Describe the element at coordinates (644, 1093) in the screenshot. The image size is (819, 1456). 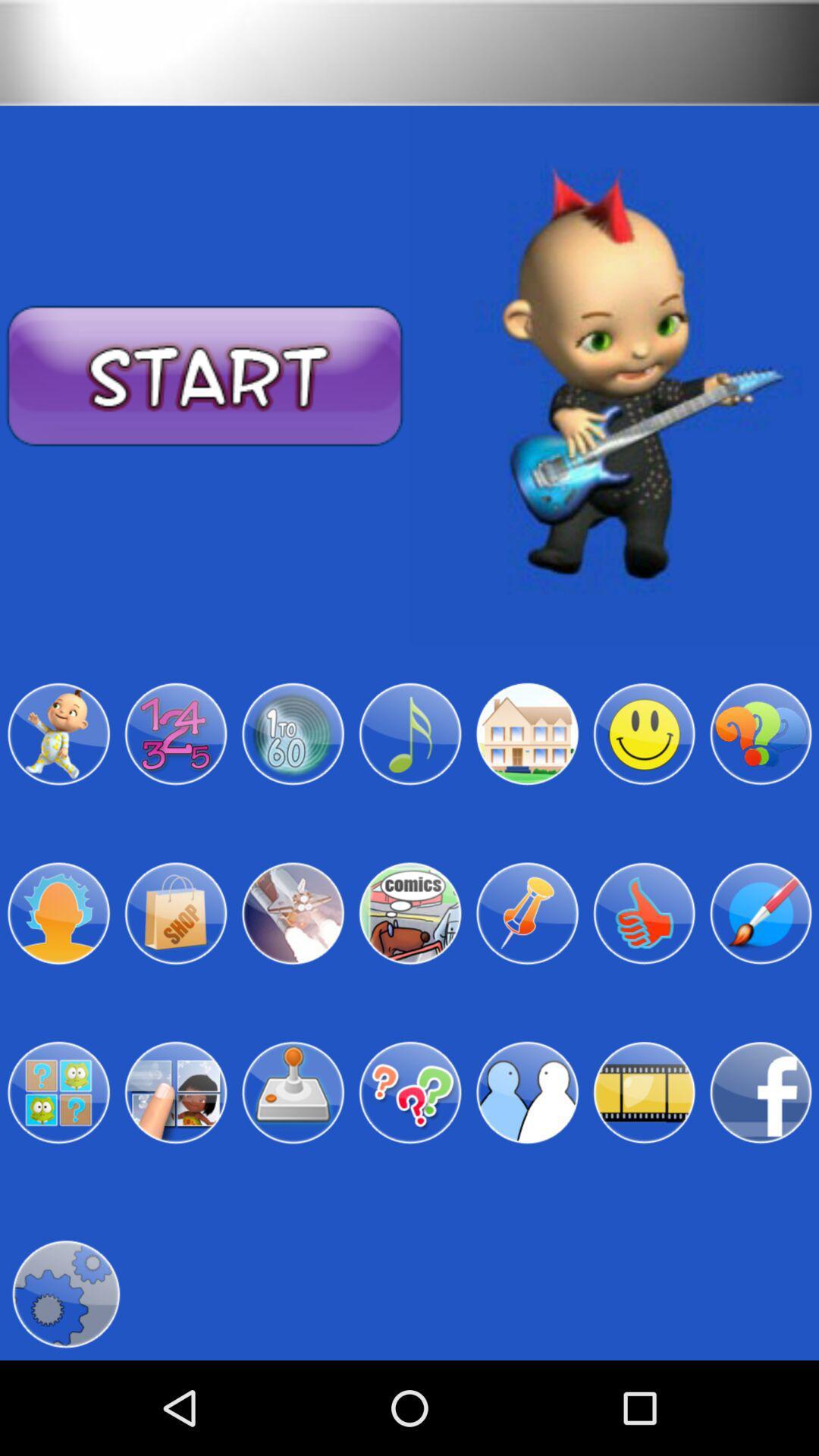
I see `choose video mode` at that location.